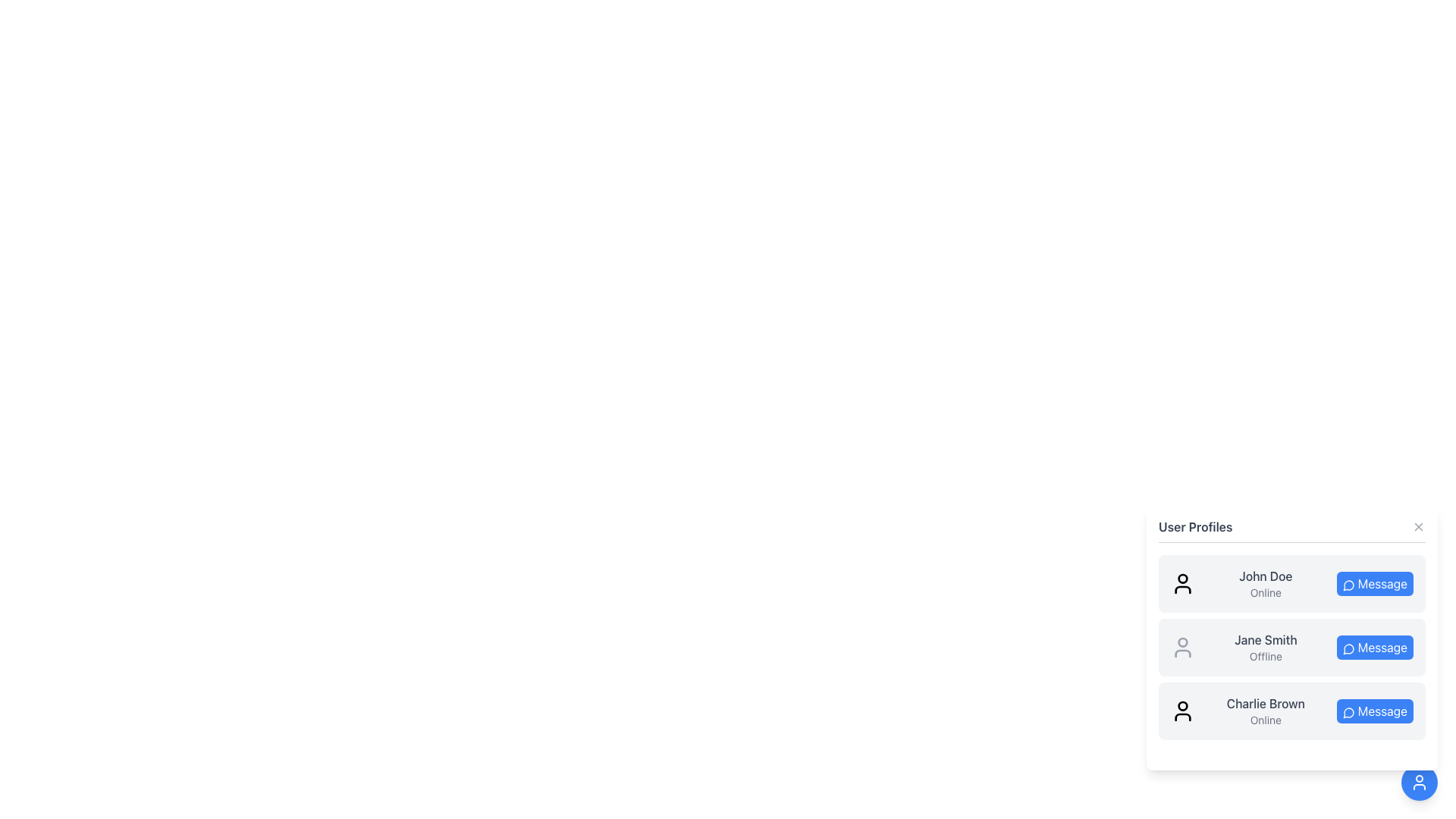 The width and height of the screenshot is (1456, 819). Describe the element at coordinates (1182, 711) in the screenshot. I see `the user profile icon representing 'Charlie Brown' located on the left side of the profile section, which includes the name and status text` at that location.